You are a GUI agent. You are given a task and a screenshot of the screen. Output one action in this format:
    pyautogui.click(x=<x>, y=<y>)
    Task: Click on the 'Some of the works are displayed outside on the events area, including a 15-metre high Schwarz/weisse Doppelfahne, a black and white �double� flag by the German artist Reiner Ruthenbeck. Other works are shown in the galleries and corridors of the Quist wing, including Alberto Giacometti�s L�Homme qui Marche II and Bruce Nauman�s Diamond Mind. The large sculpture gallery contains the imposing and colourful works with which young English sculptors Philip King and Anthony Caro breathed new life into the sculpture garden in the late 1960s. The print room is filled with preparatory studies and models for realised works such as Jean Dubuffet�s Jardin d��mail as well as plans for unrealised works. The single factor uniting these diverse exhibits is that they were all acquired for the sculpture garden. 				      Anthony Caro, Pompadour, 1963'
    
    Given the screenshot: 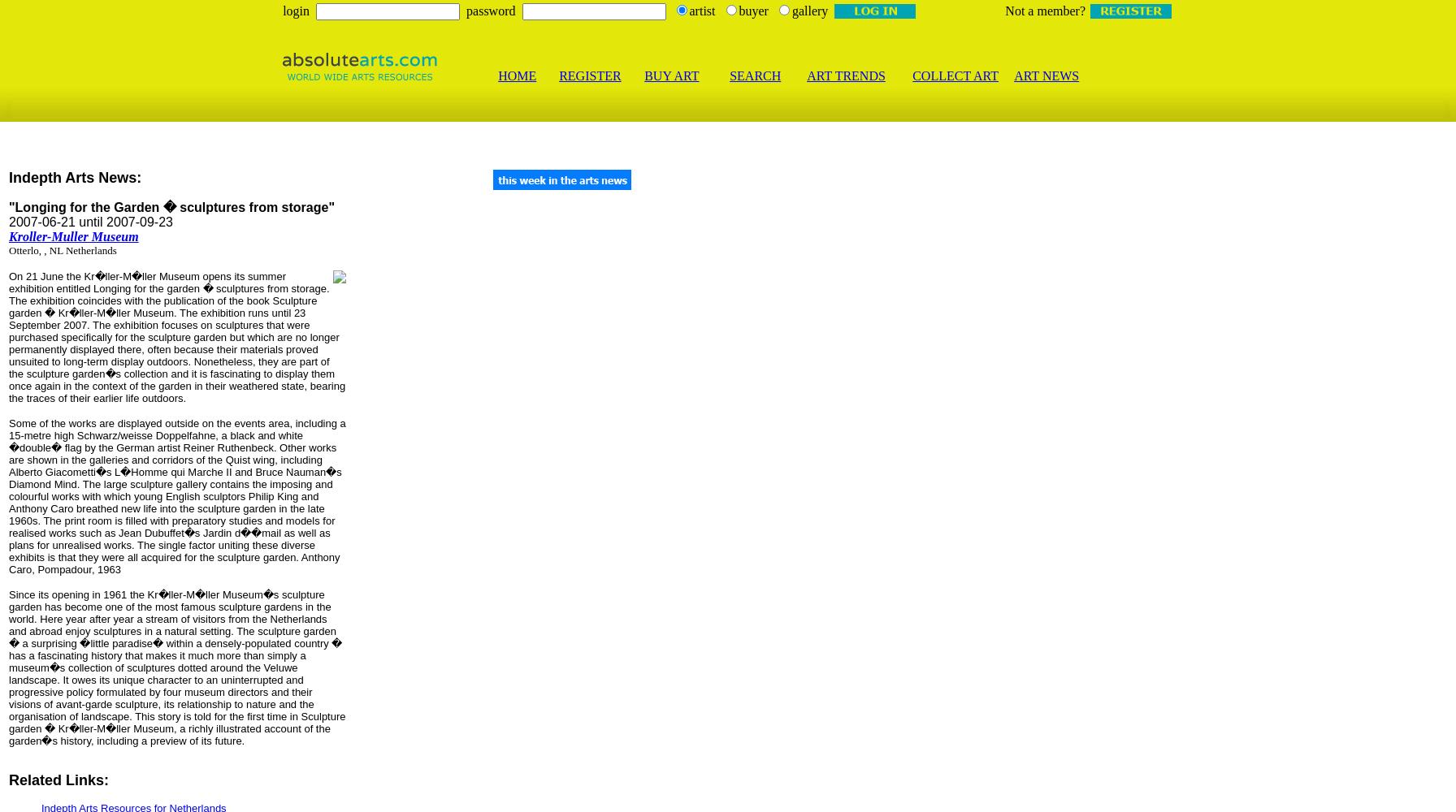 What is the action you would take?
    pyautogui.click(x=177, y=495)
    